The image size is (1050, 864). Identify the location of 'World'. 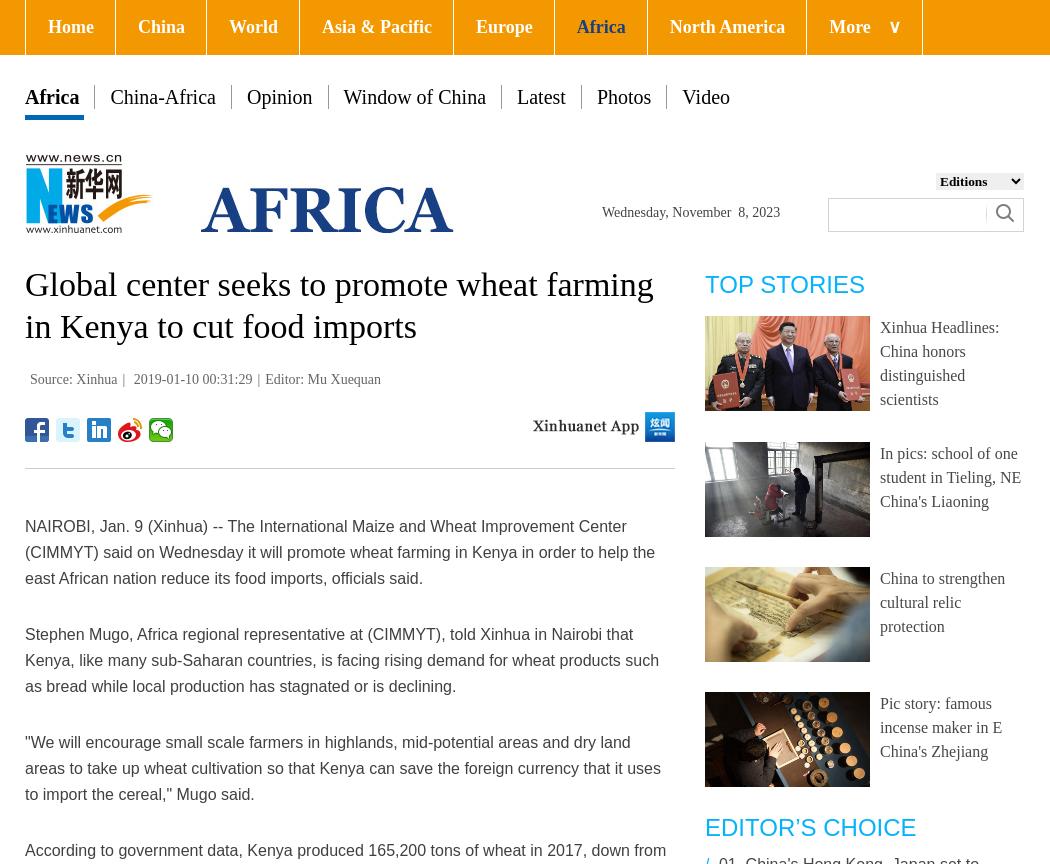
(253, 26).